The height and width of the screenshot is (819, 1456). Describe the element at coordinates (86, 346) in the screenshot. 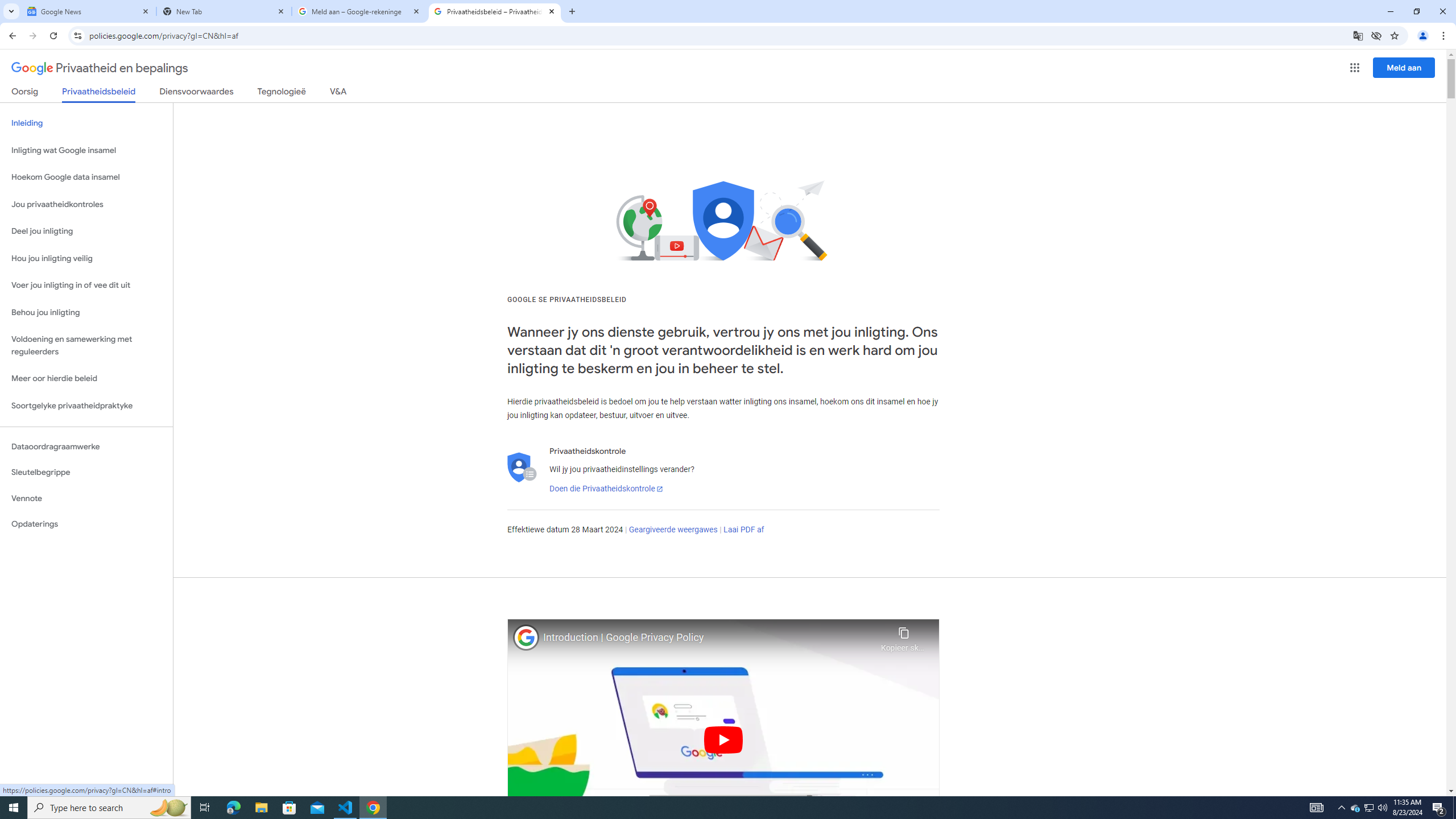

I see `'Voldoening en samewerking met reguleerders'` at that location.